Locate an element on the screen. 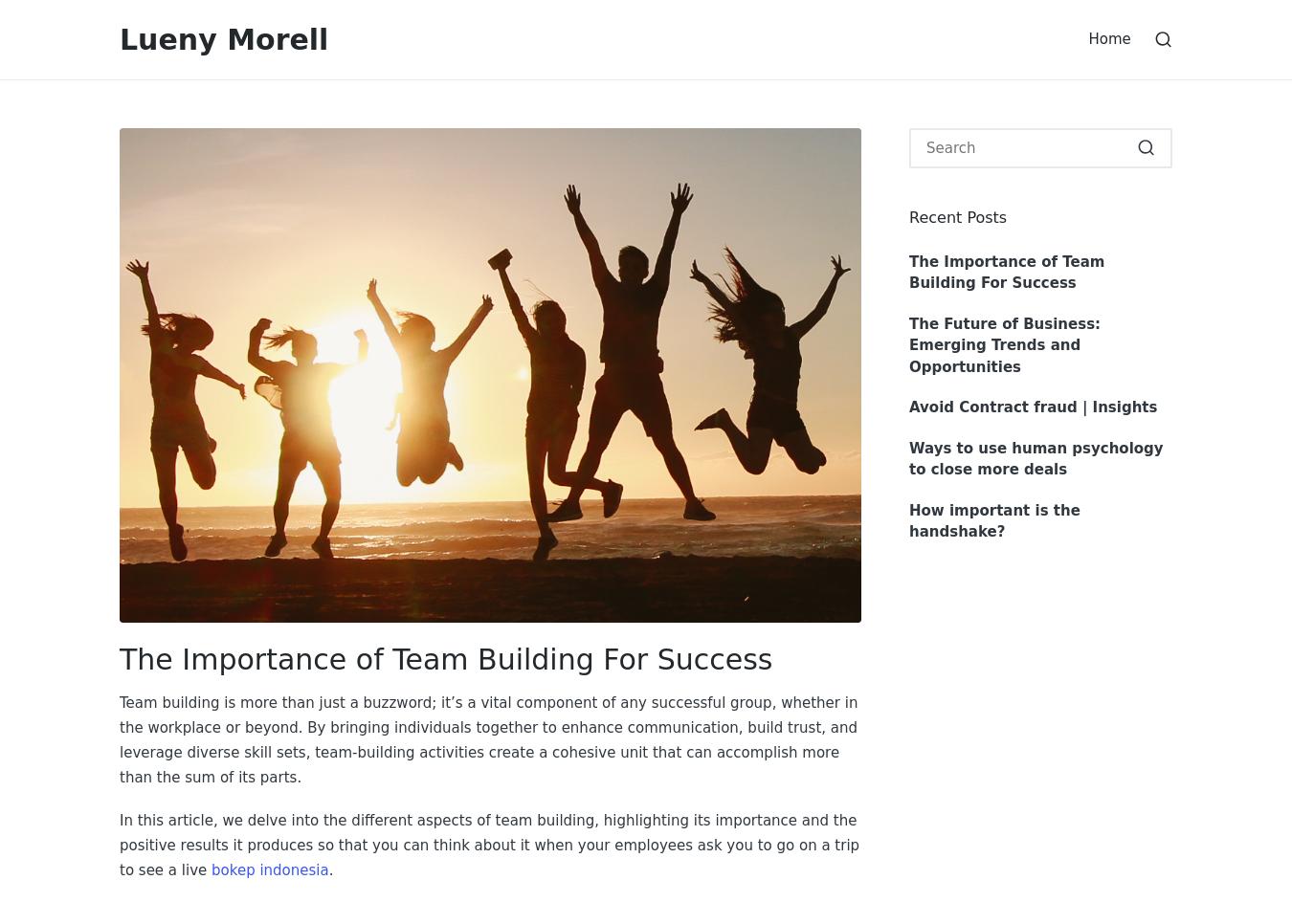 This screenshot has width=1292, height=924. 'How important is the handshake?' is located at coordinates (993, 520).